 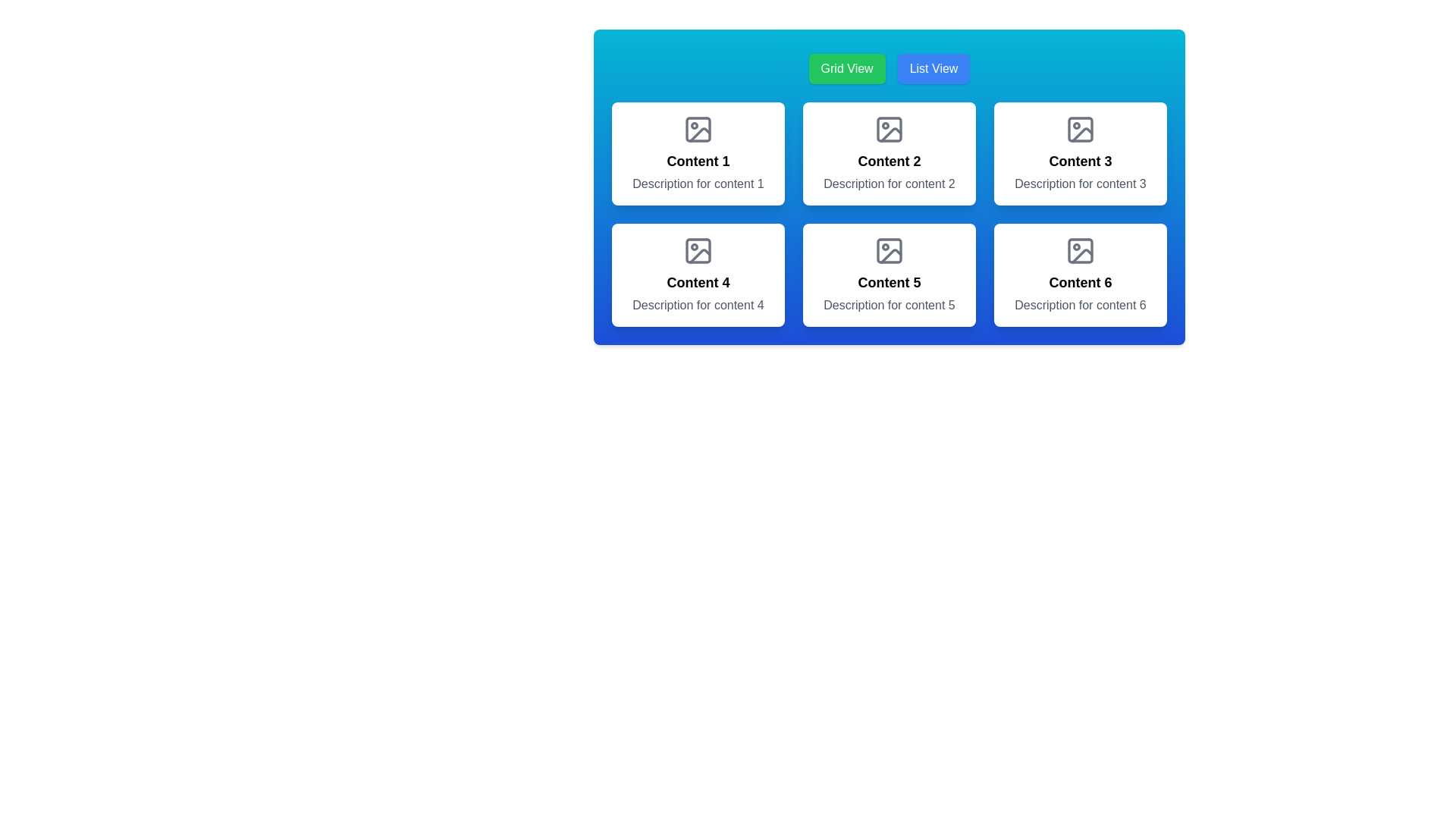 I want to click on the image placeholder icon located at the top center of the 'Content 6' card, which is positioned in the bottom-right corner of the 2x3 grid of content boxes, so click(x=1080, y=250).